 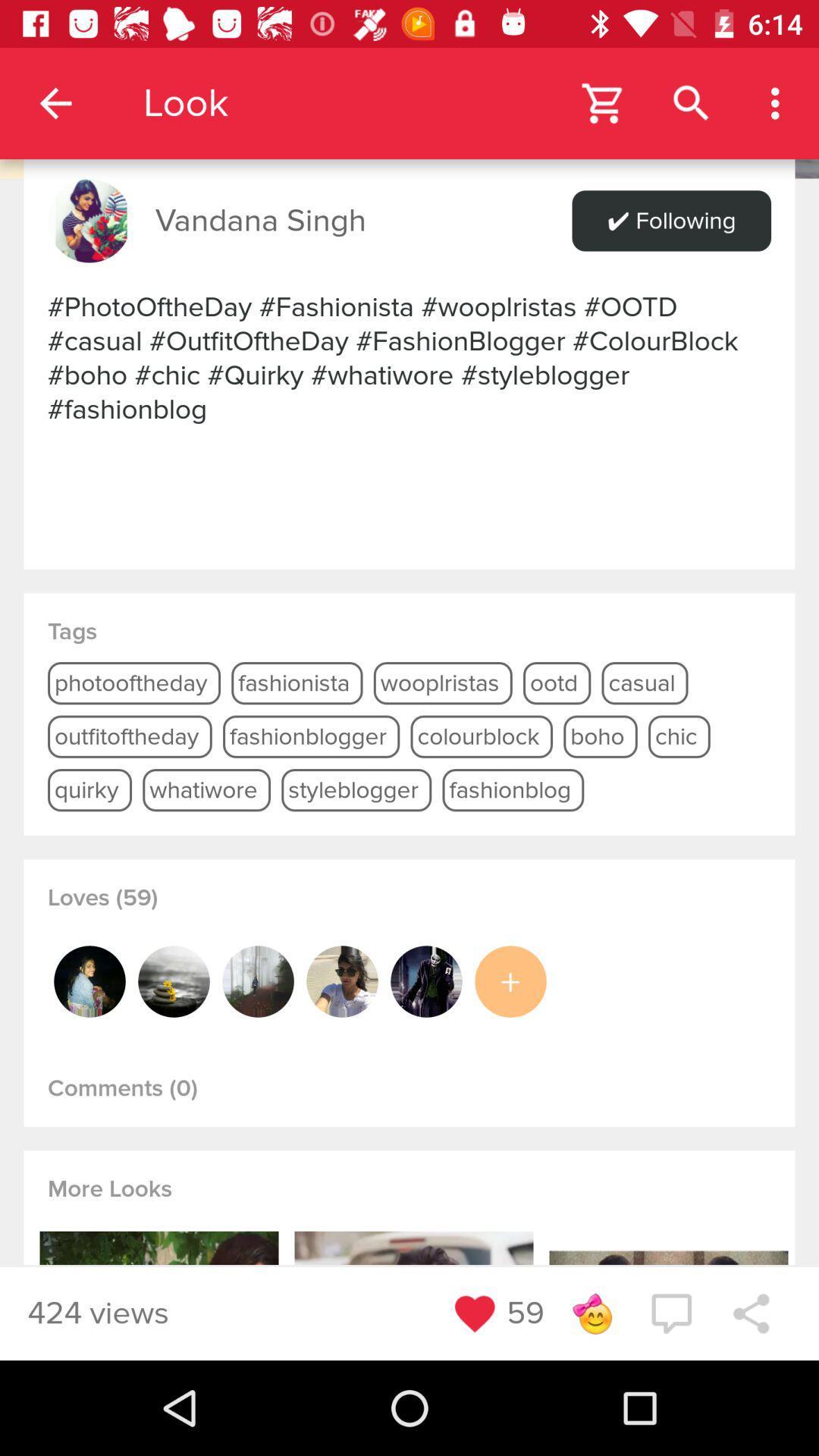 I want to click on person 's page, so click(x=257, y=981).